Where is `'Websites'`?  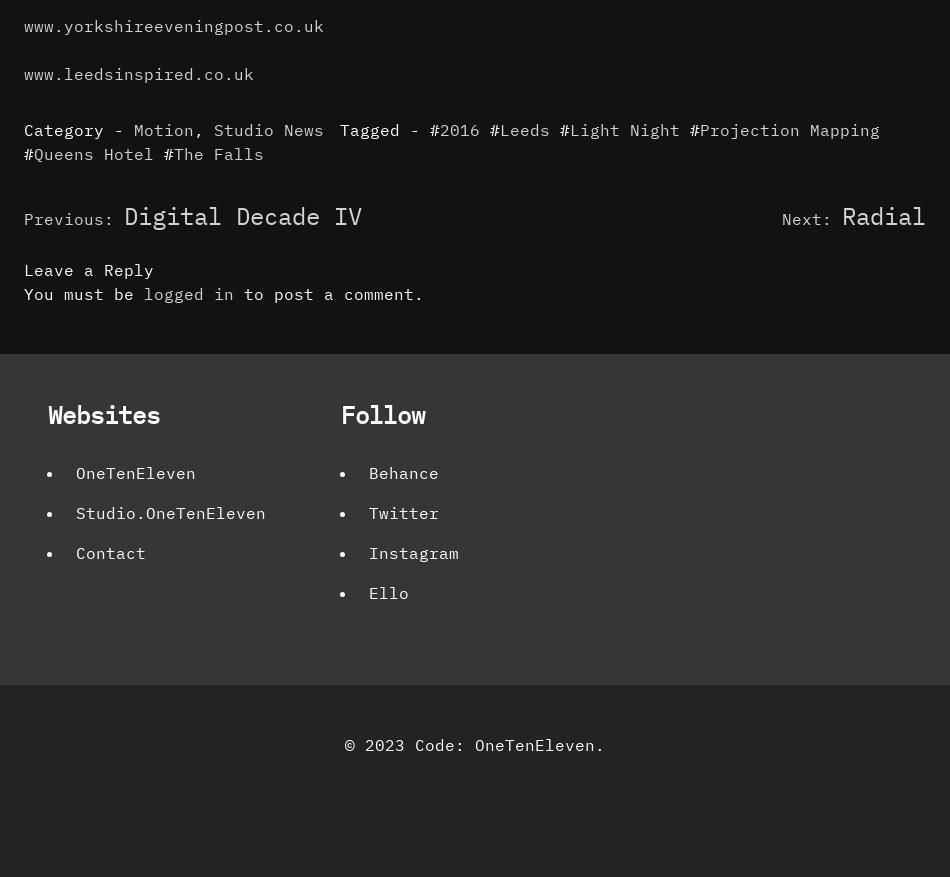 'Websites' is located at coordinates (104, 413).